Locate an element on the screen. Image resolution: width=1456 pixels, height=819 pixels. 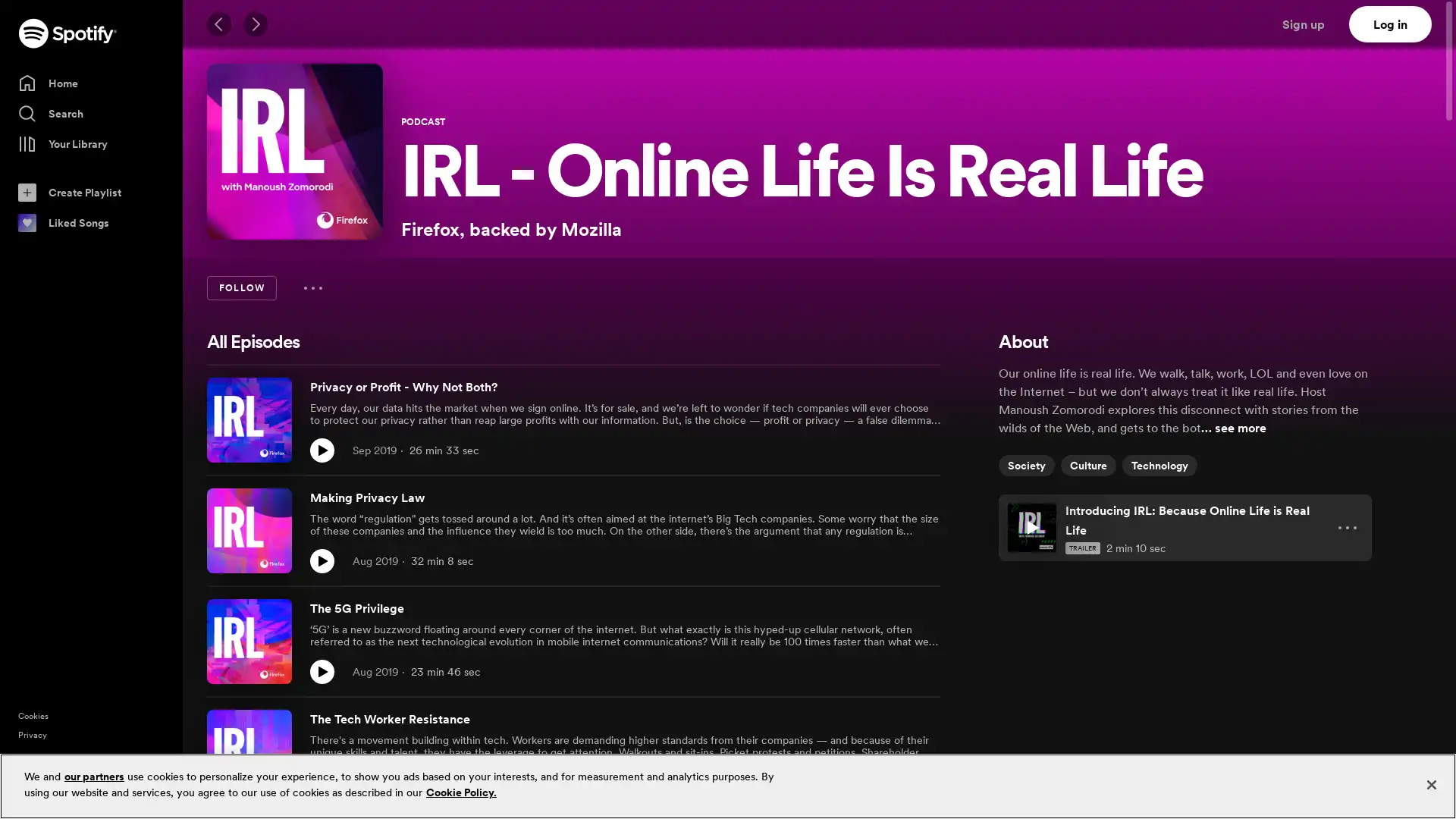
Share is located at coordinates (895, 450).